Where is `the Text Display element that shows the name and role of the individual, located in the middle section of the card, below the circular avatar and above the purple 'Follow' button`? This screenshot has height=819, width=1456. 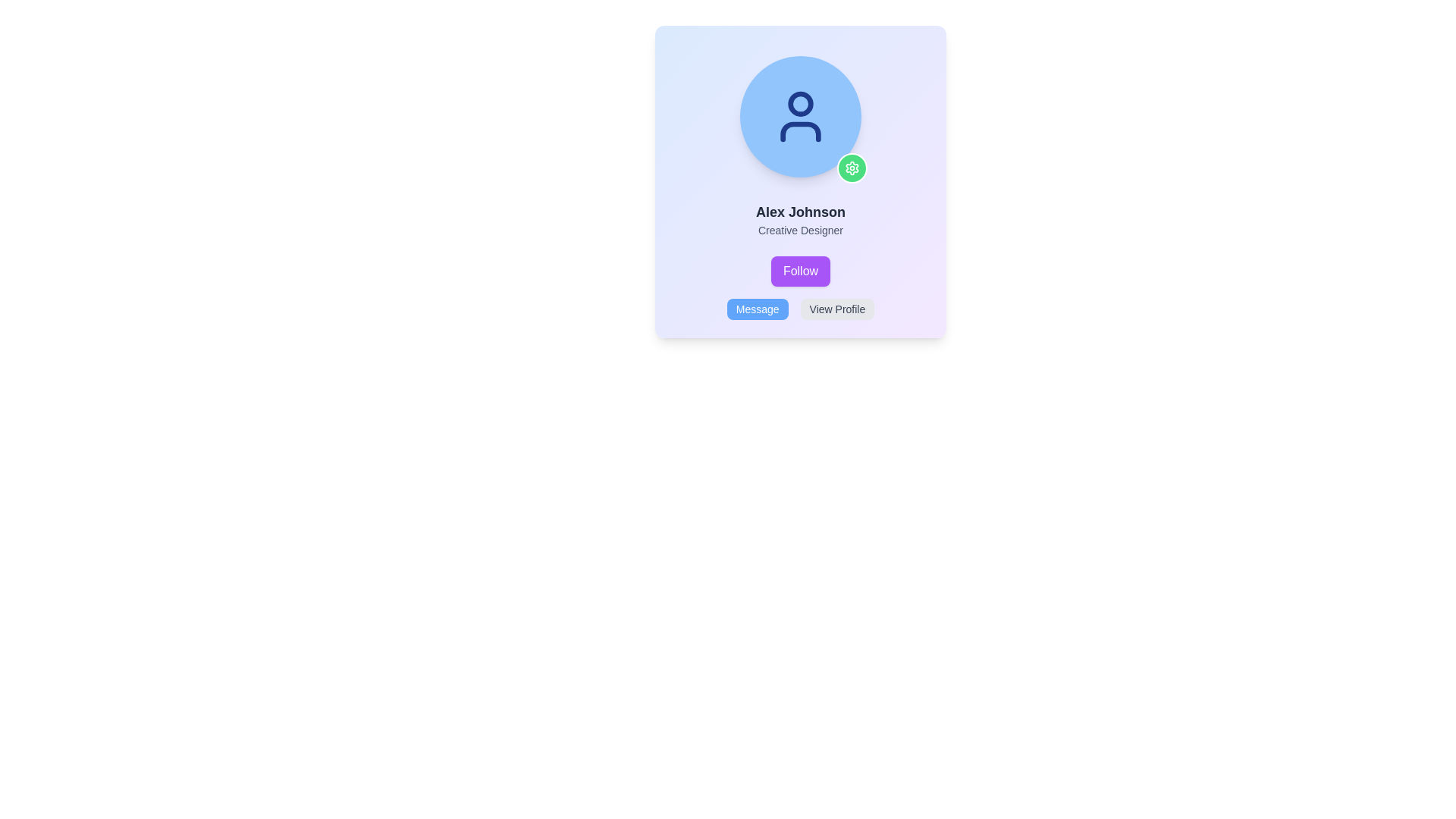 the Text Display element that shows the name and role of the individual, located in the middle section of the card, below the circular avatar and above the purple 'Follow' button is located at coordinates (800, 219).